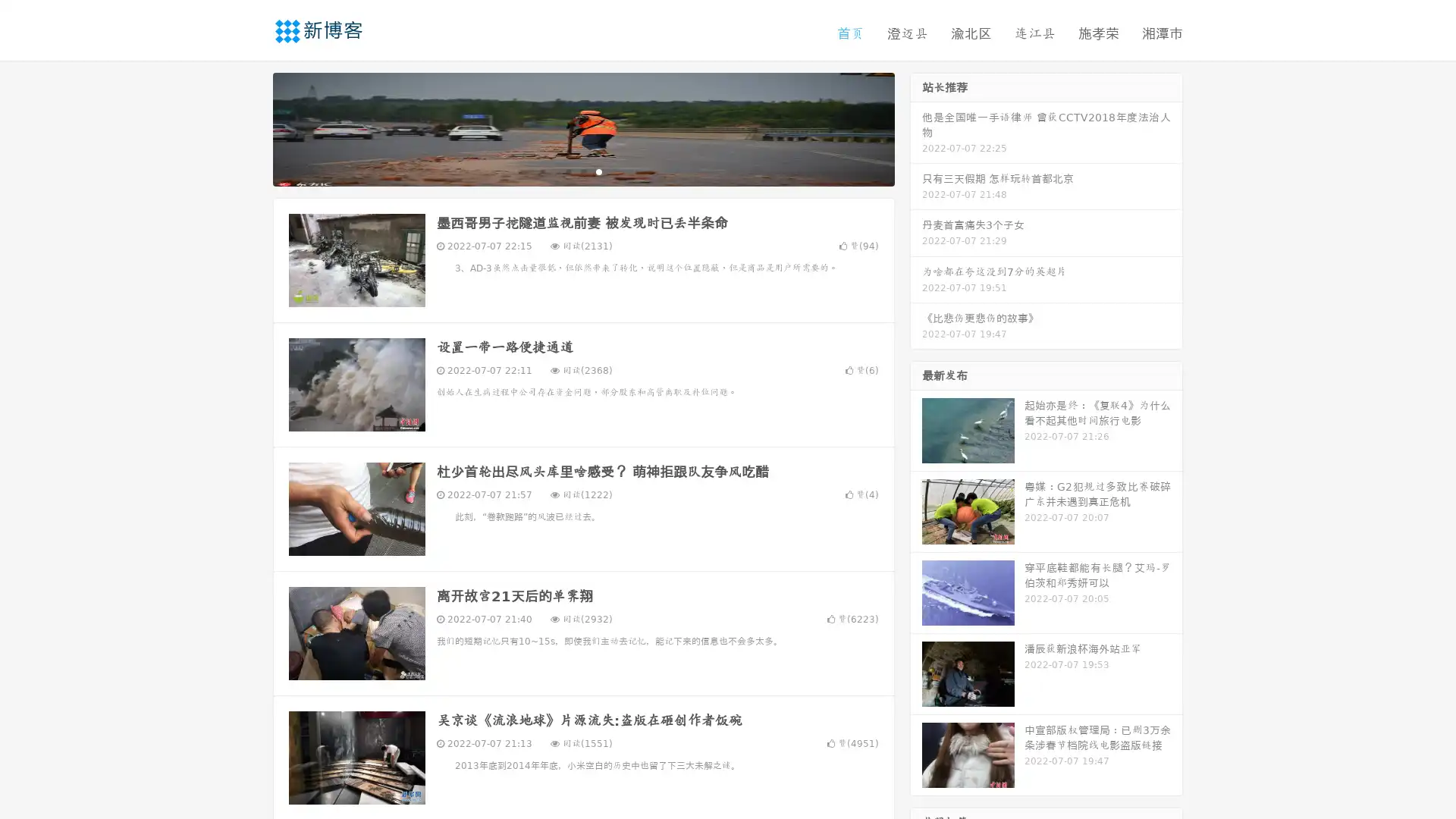  What do you see at coordinates (598, 171) in the screenshot?
I see `Go to slide 3` at bounding box center [598, 171].